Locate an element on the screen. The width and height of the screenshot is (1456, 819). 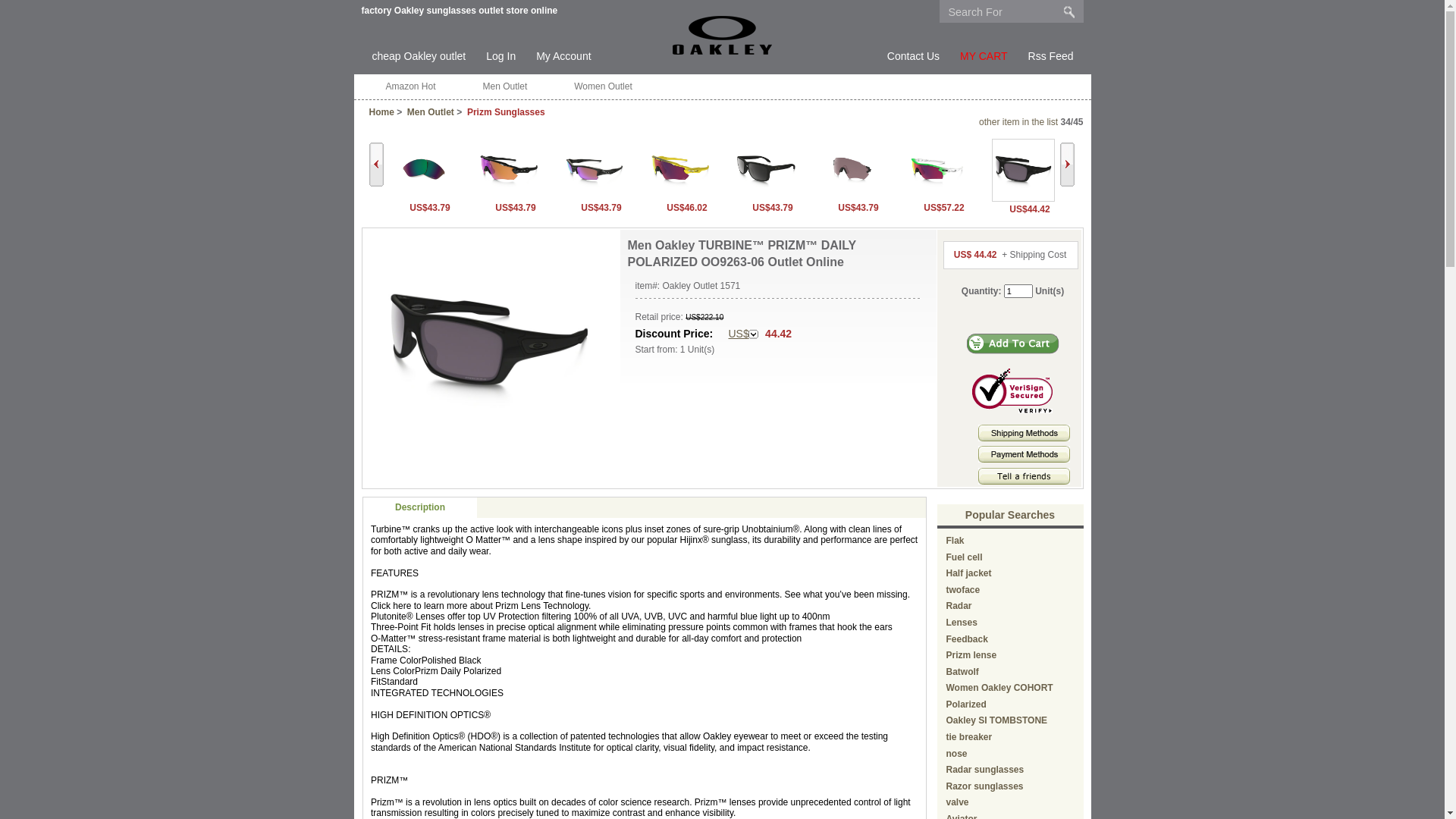
'Polarized' is located at coordinates (965, 704).